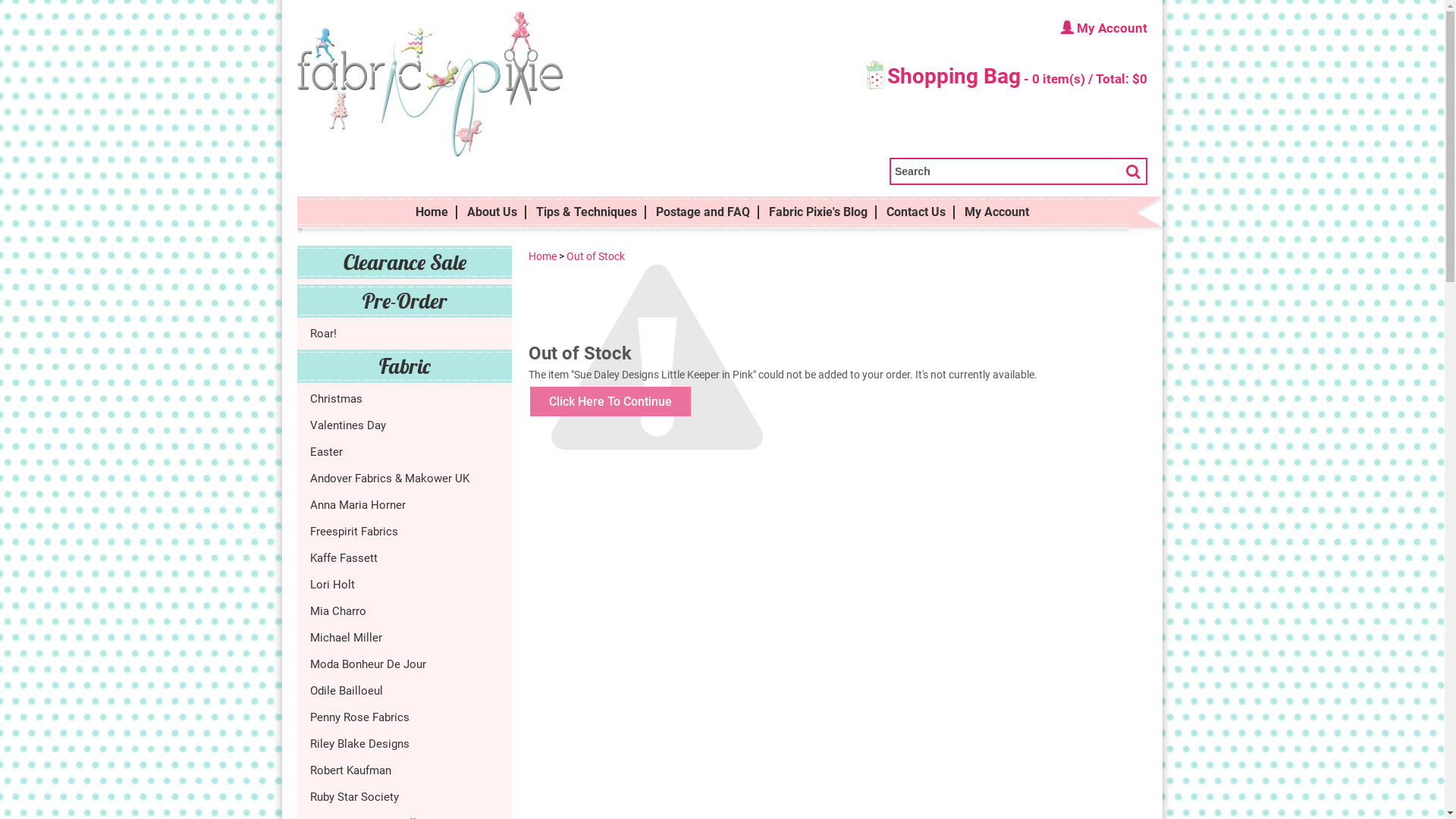 The width and height of the screenshot is (1456, 819). I want to click on 'Postage and FAQ', so click(701, 212).